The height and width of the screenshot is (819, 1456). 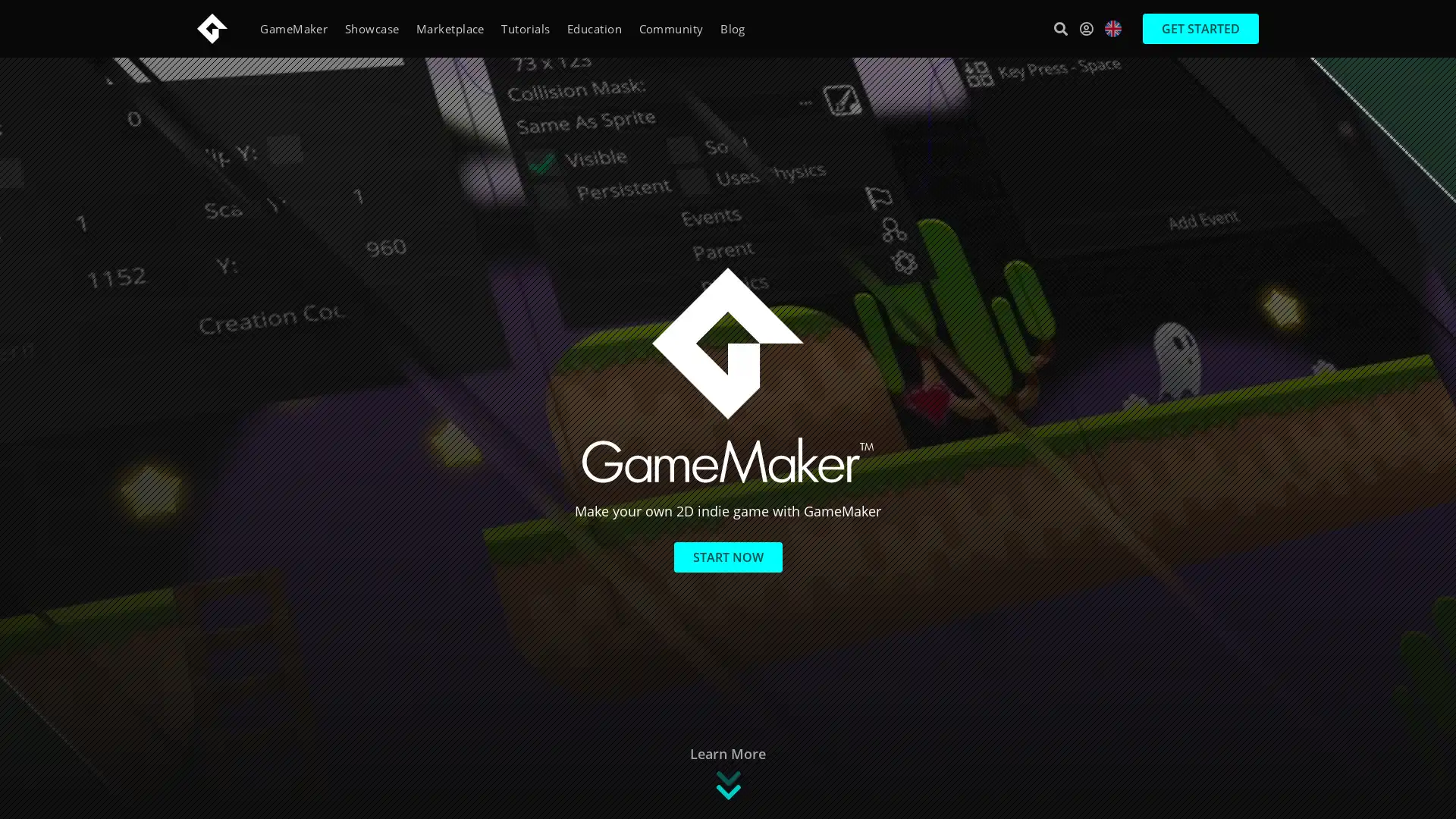 What do you see at coordinates (1059, 28) in the screenshot?
I see `Search` at bounding box center [1059, 28].